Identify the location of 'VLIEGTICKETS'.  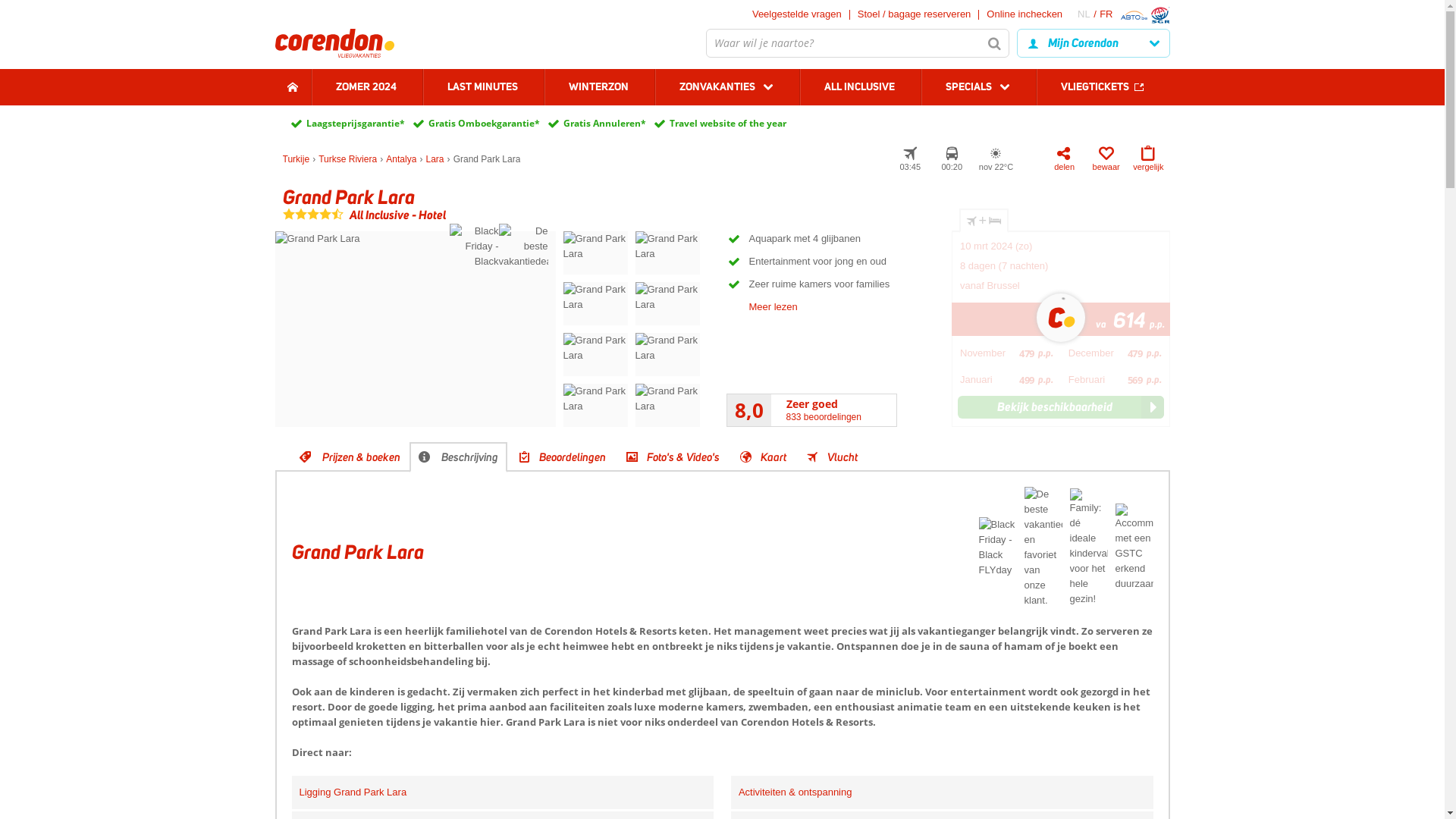
(1103, 87).